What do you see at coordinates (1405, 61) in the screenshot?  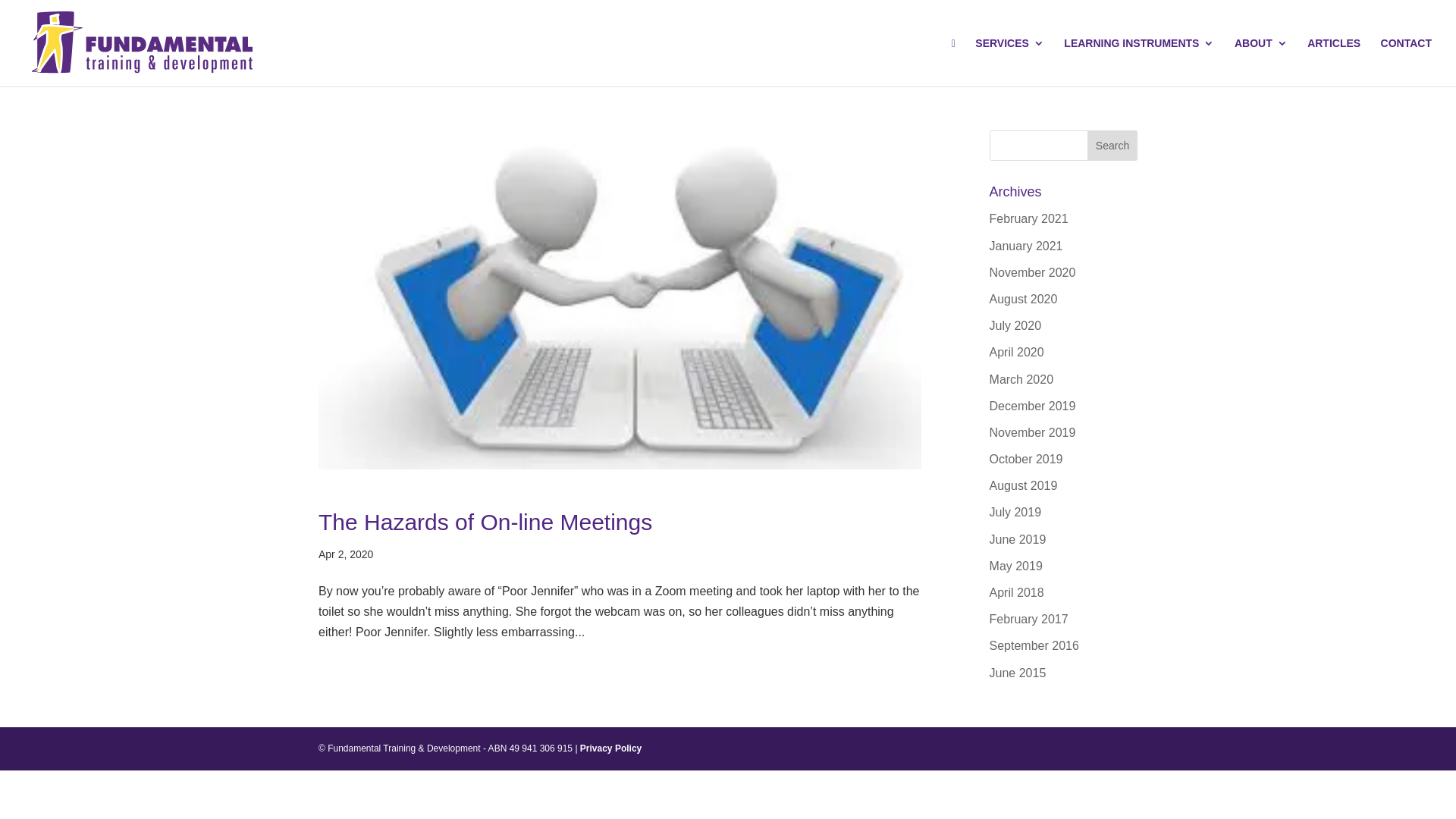 I see `'CONTACT'` at bounding box center [1405, 61].